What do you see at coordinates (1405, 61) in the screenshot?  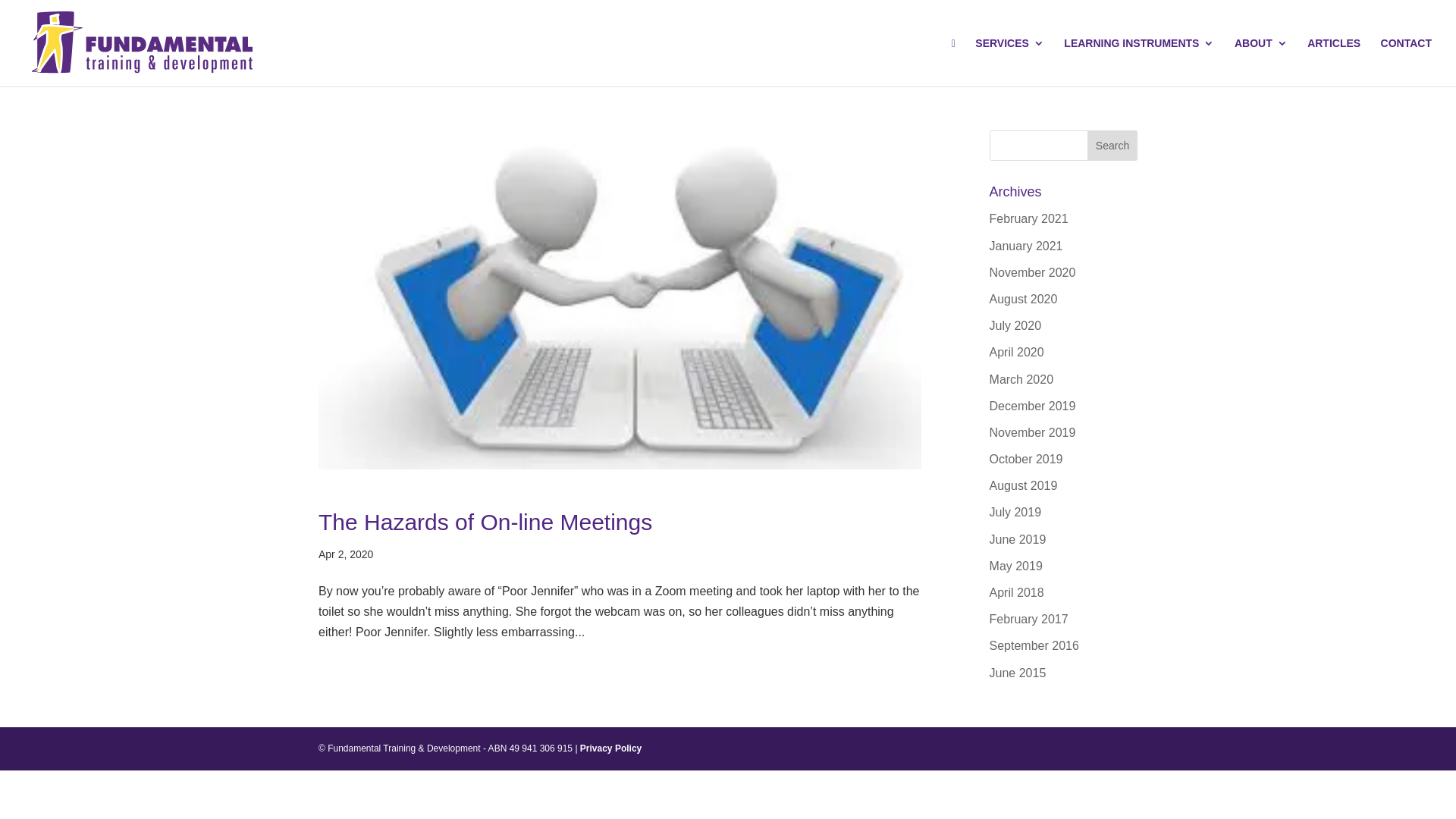 I see `'CONTACT'` at bounding box center [1405, 61].